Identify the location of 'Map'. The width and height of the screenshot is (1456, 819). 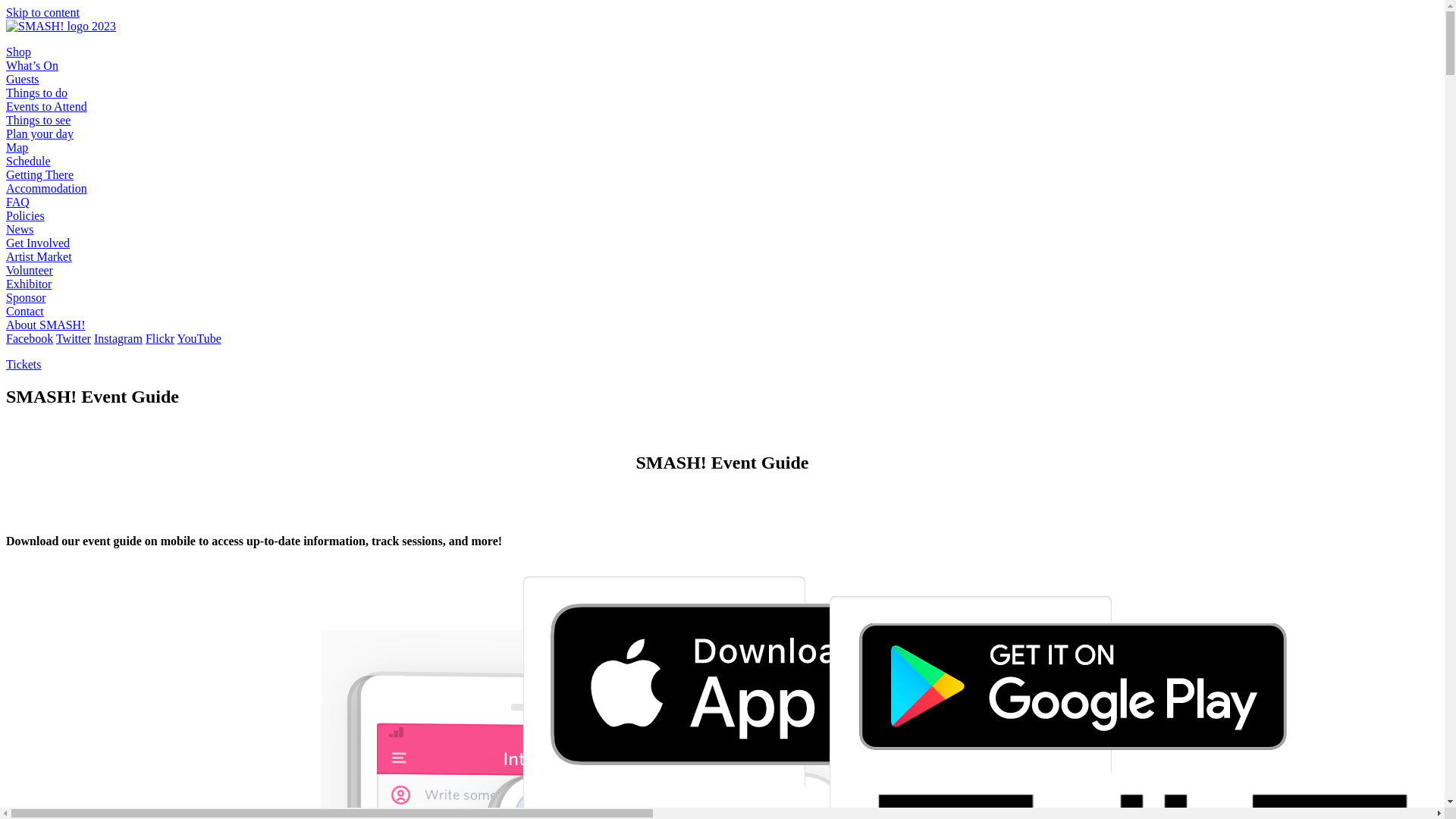
(6, 147).